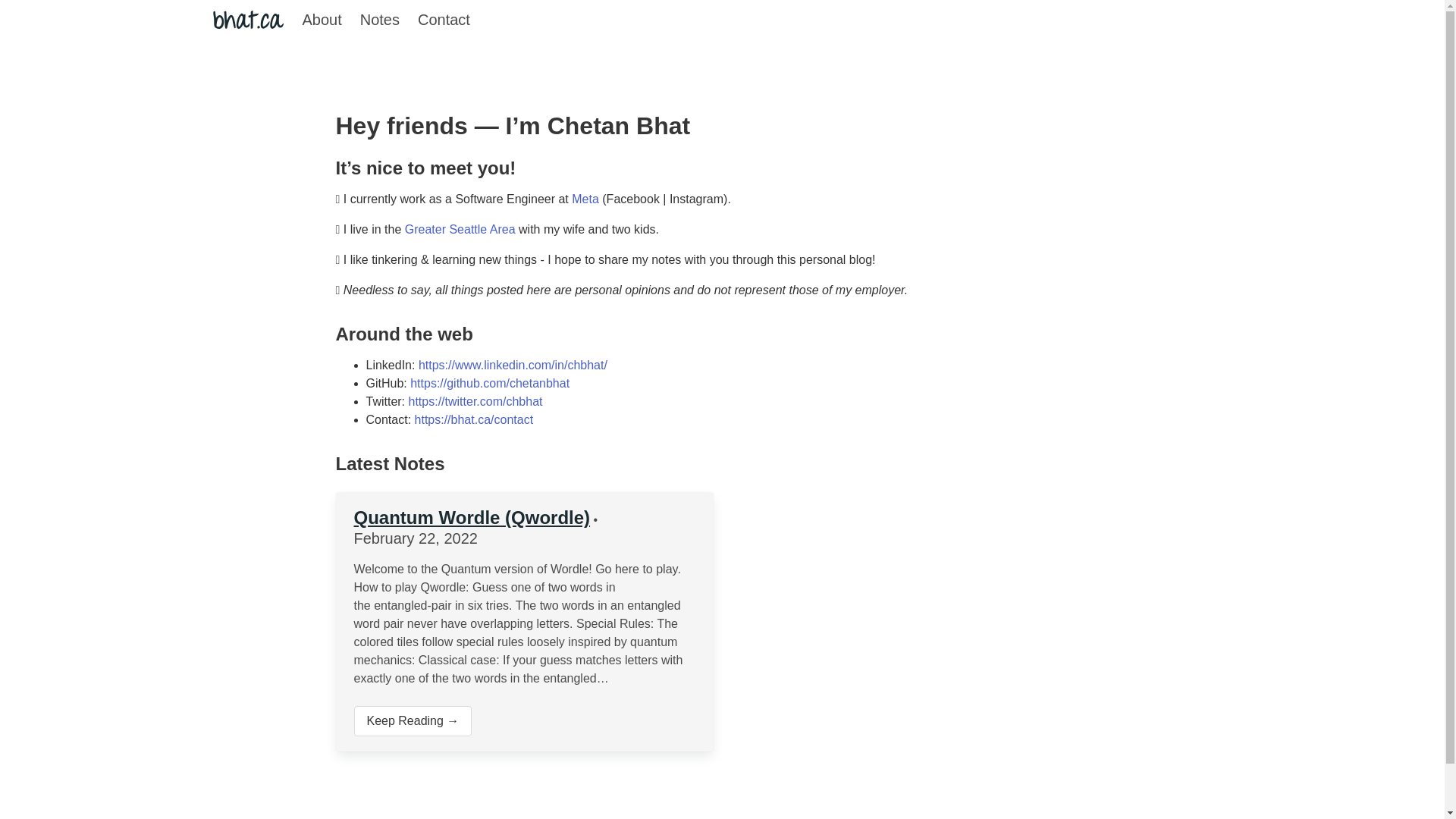  What do you see at coordinates (513, 365) in the screenshot?
I see `'https://www.linkedin.com/in/chbhat/'` at bounding box center [513, 365].